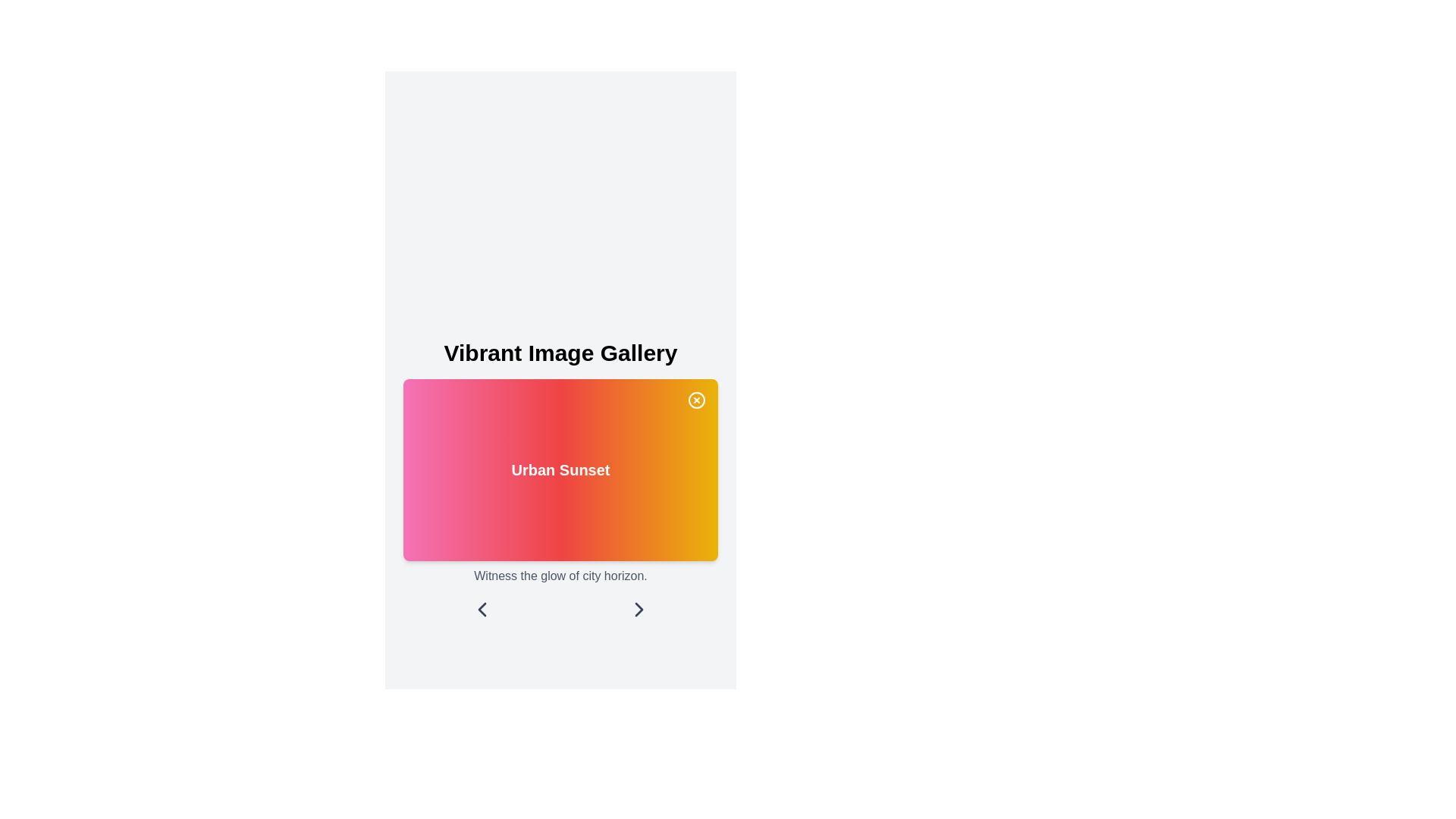 This screenshot has height=819, width=1456. I want to click on the title text element that indicates the content theme of the image gallery, located at the top of the vertical layout section, so click(560, 353).